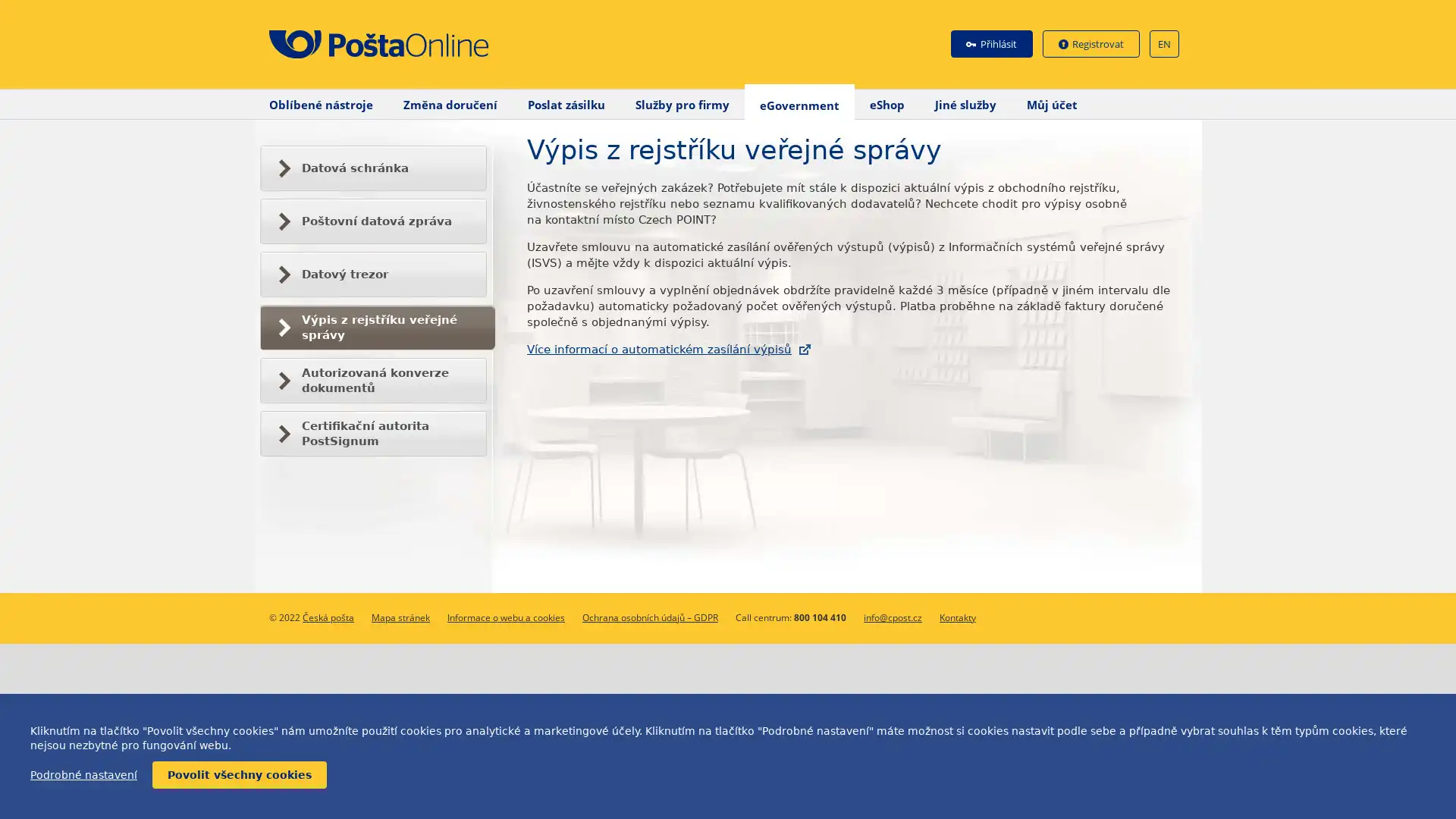 The image size is (1456, 819). What do you see at coordinates (239, 775) in the screenshot?
I see `Povolit vsechny cookies` at bounding box center [239, 775].